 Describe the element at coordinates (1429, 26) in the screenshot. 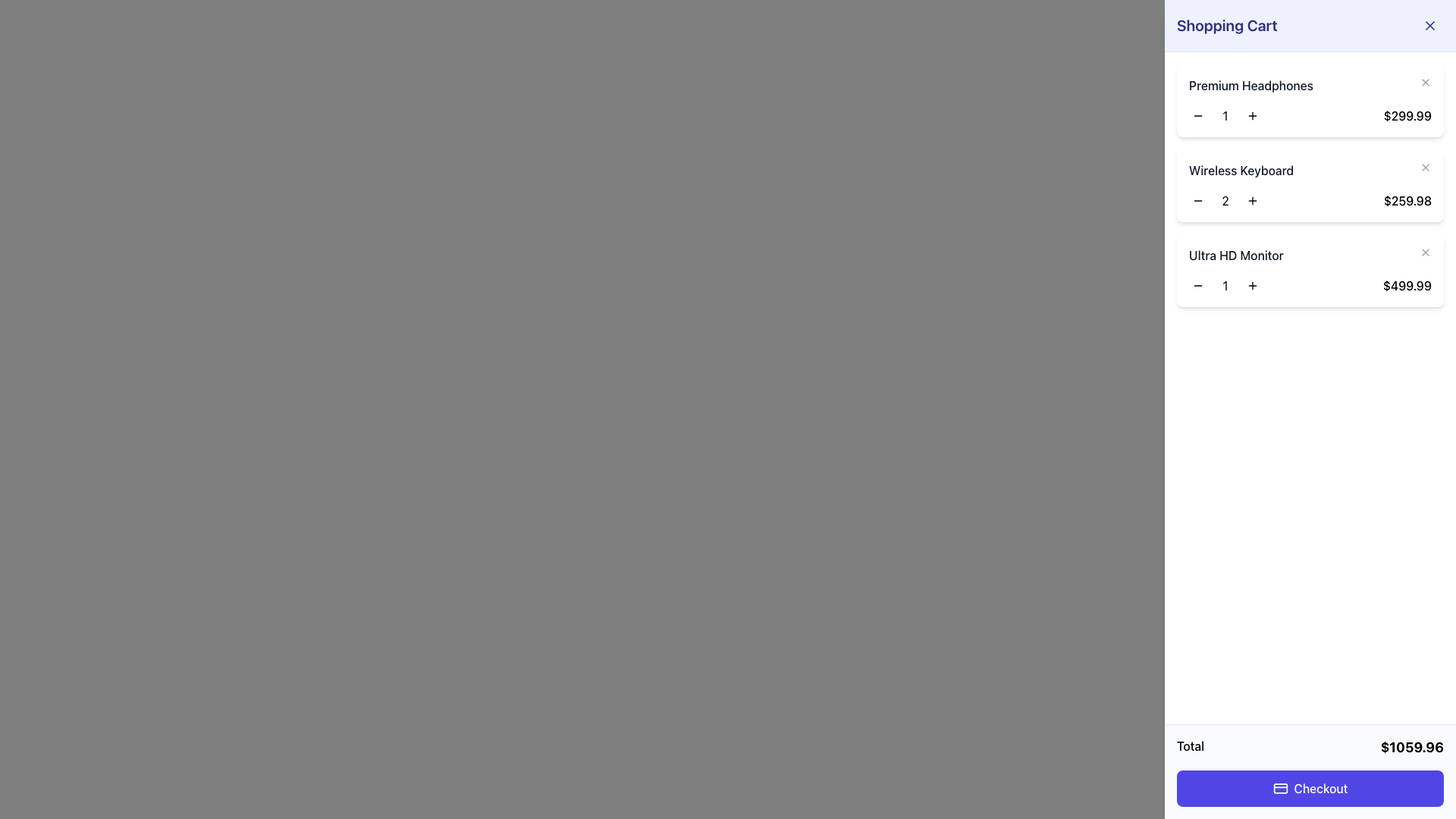

I see `the small 'X' close button located at the top-right corner of the shopping cart section header` at that location.